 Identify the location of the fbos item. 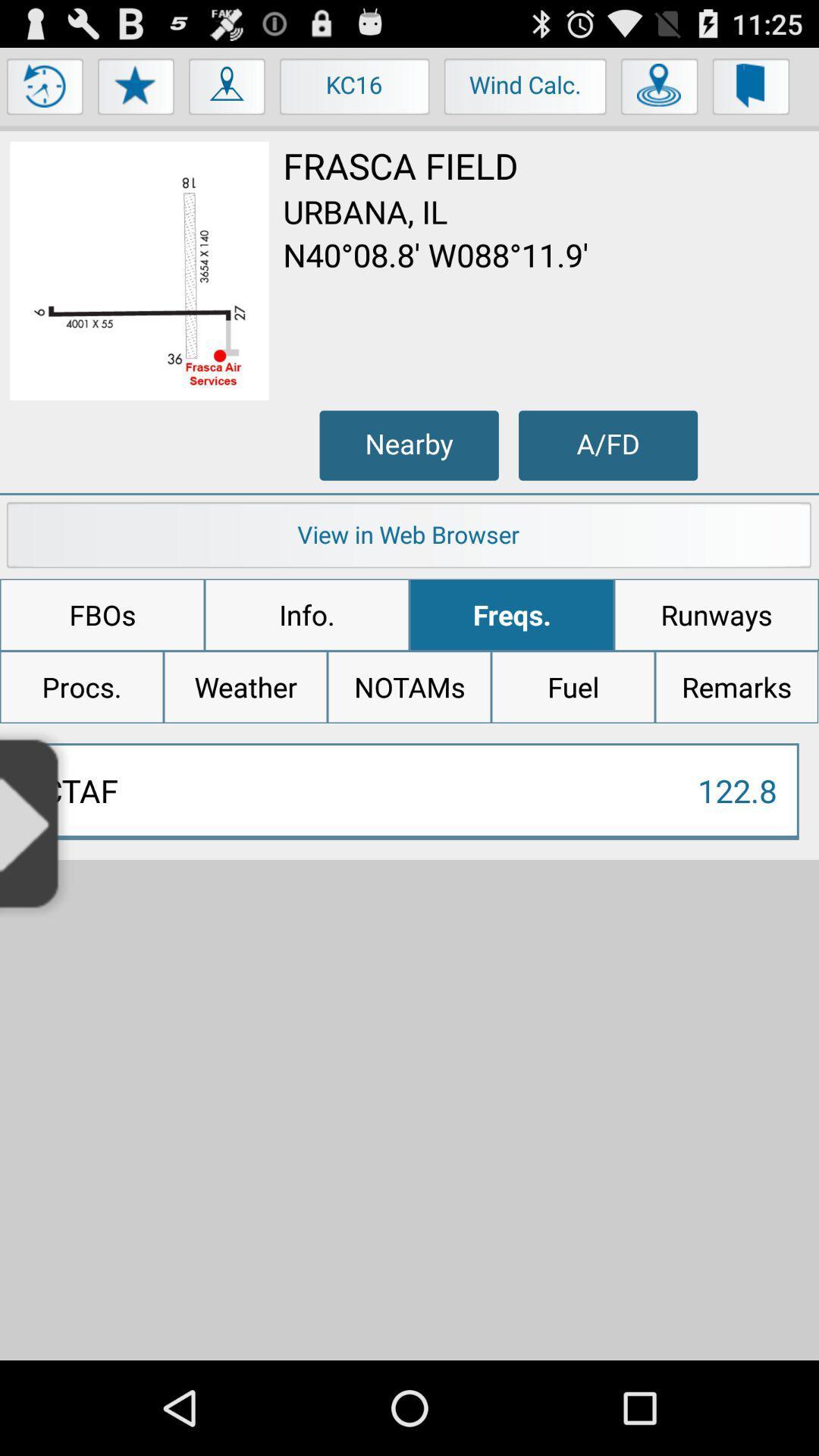
(102, 615).